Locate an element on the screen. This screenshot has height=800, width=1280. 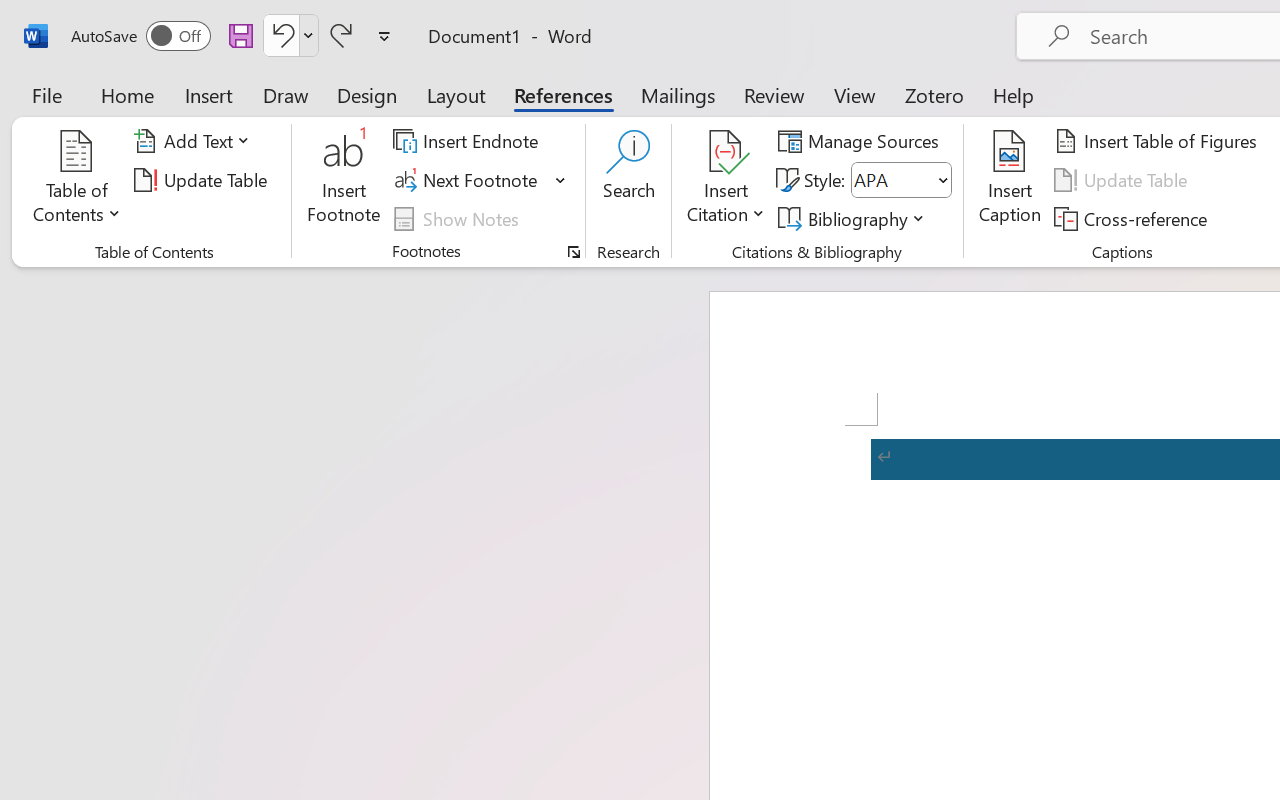
'Undo Apply Quick Style Set' is located at coordinates (289, 34).